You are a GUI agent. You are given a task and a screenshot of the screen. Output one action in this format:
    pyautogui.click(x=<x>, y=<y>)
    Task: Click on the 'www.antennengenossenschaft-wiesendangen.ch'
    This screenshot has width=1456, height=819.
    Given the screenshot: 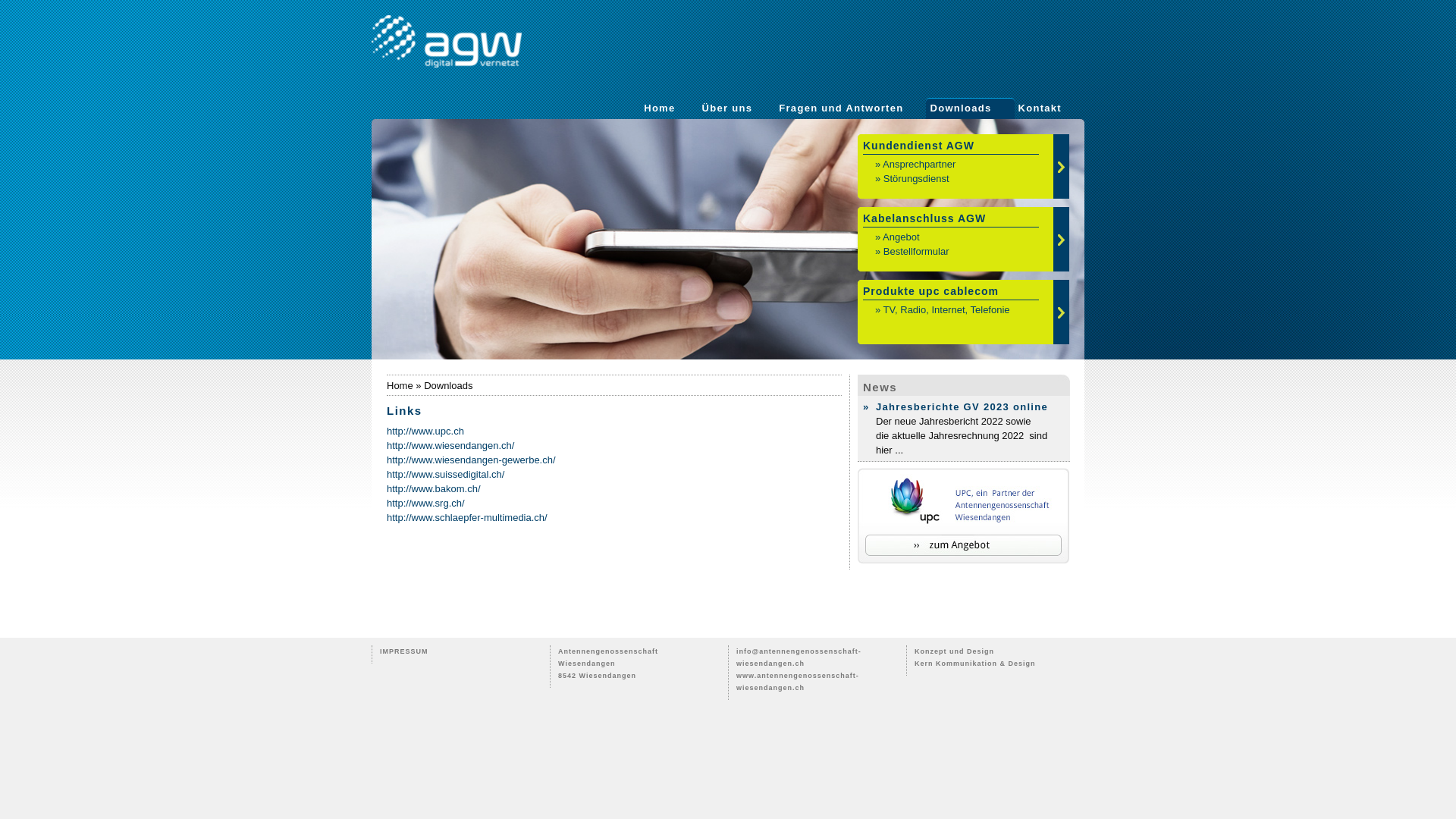 What is the action you would take?
    pyautogui.click(x=796, y=680)
    